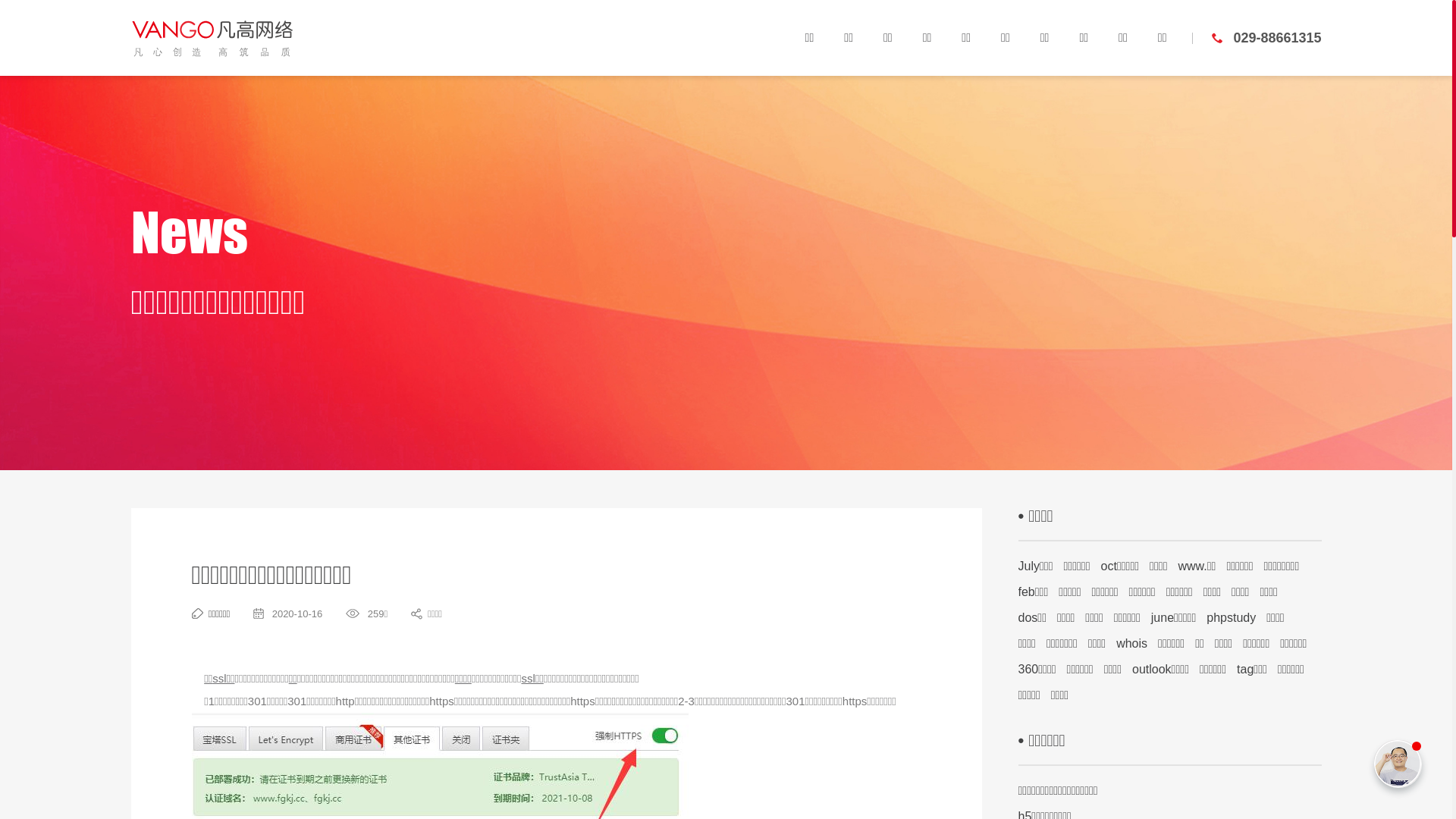 The image size is (1456, 819). What do you see at coordinates (1131, 643) in the screenshot?
I see `'whois'` at bounding box center [1131, 643].